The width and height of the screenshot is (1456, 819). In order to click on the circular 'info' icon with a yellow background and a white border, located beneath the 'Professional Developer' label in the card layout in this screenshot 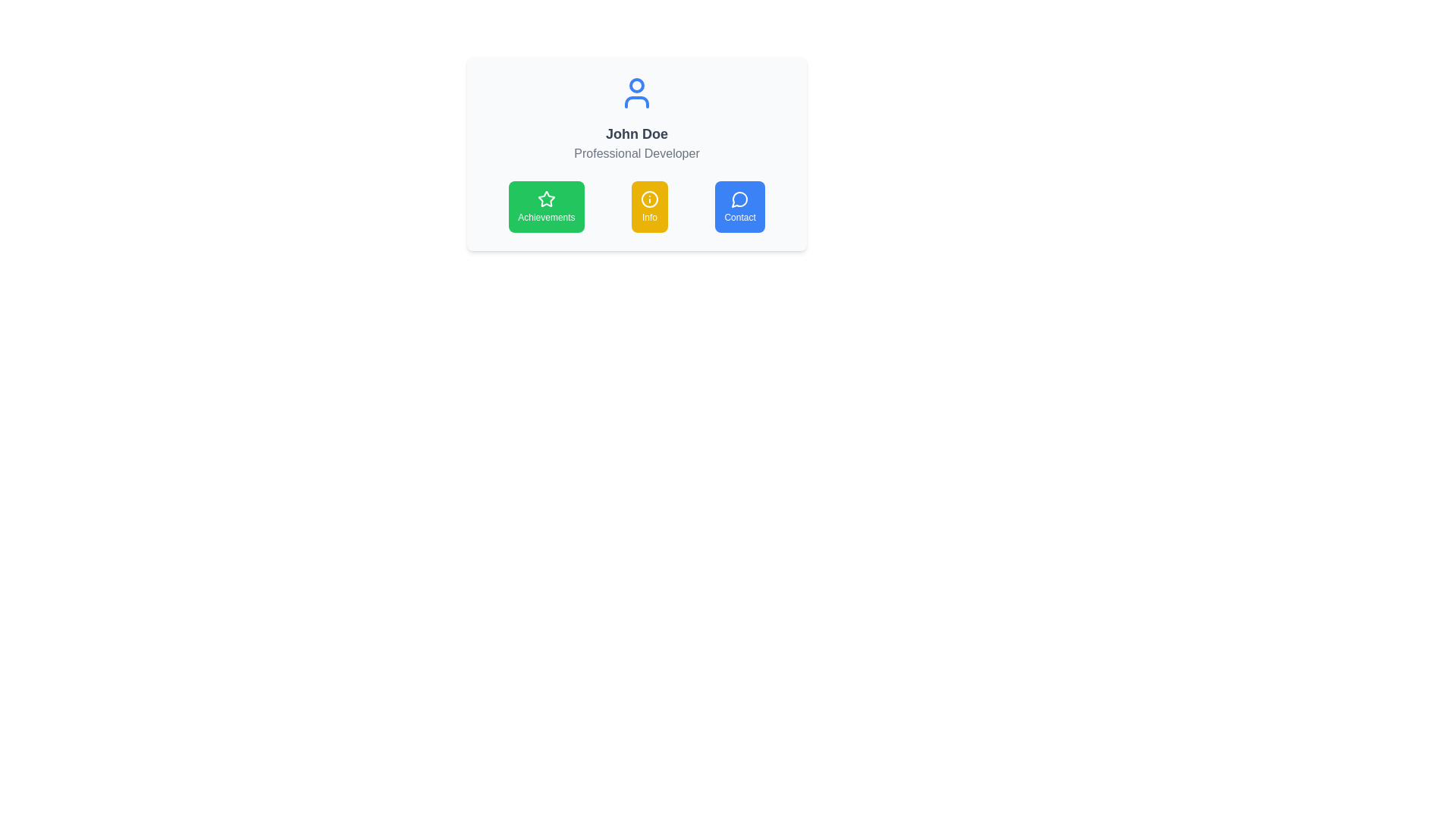, I will do `click(650, 198)`.